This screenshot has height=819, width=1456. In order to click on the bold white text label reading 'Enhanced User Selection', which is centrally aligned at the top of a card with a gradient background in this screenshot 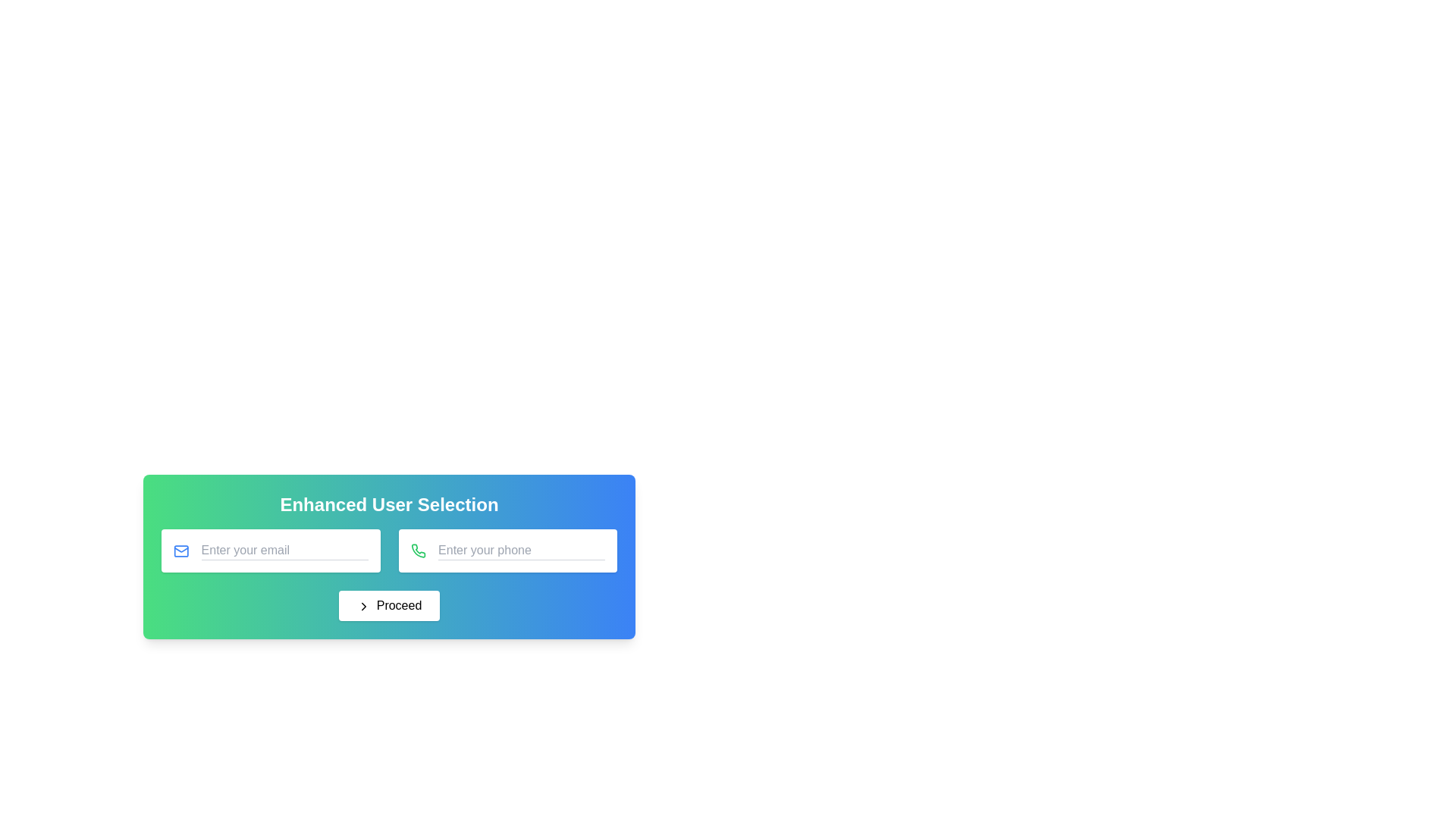, I will do `click(389, 505)`.